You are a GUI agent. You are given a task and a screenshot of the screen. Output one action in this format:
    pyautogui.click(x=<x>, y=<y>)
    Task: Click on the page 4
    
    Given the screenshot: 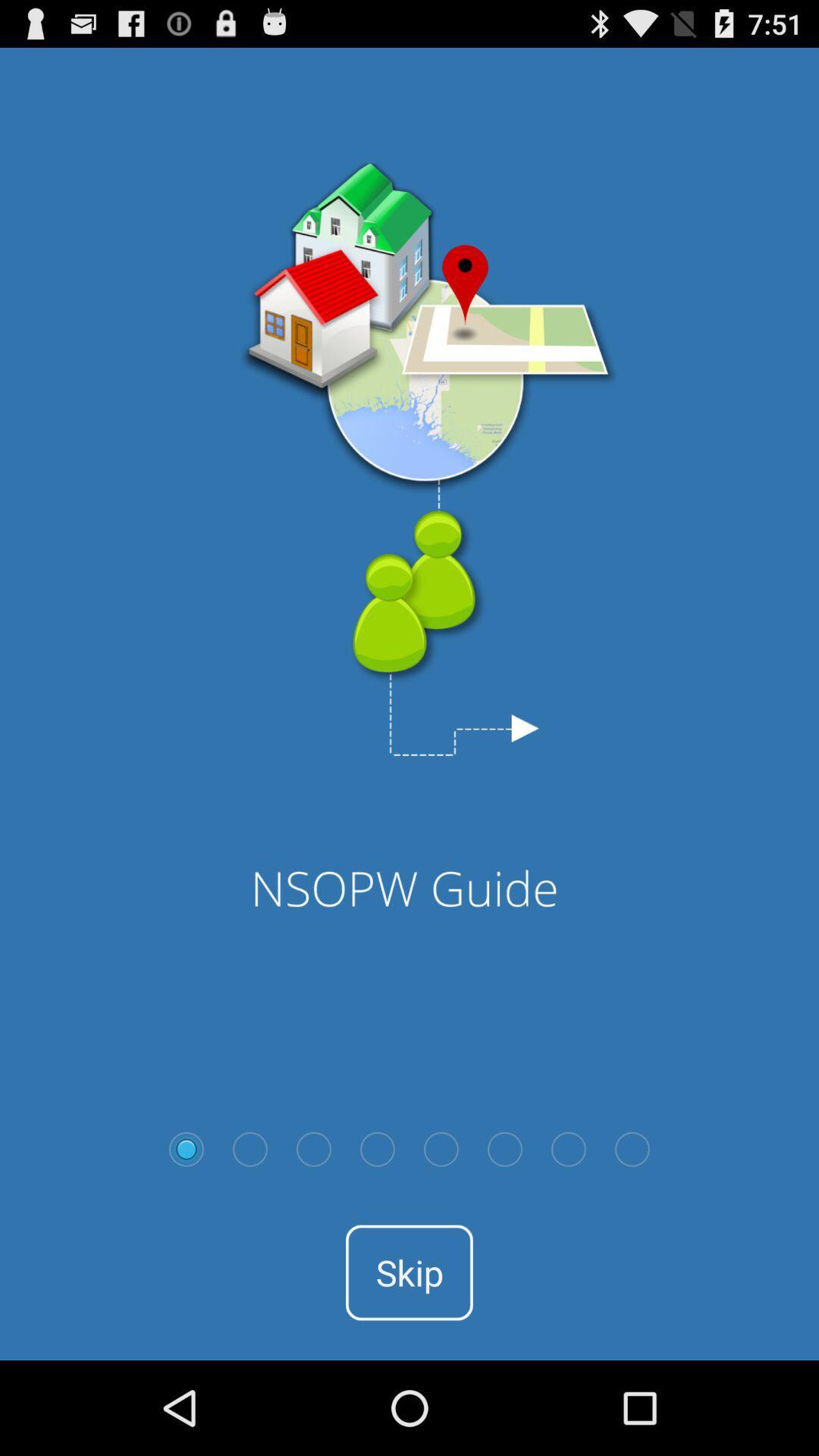 What is the action you would take?
    pyautogui.click(x=376, y=1149)
    